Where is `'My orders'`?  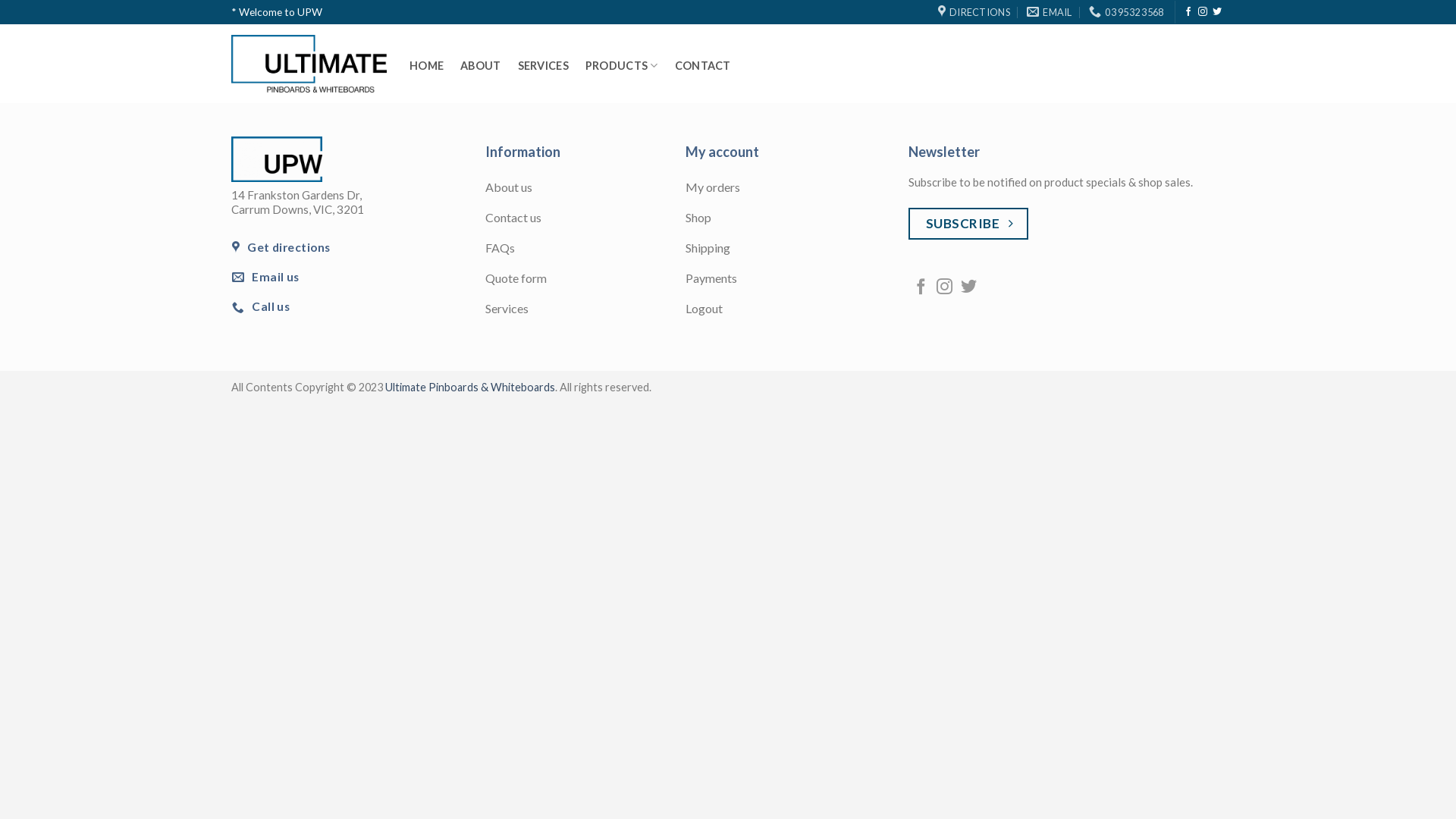
'My orders' is located at coordinates (684, 188).